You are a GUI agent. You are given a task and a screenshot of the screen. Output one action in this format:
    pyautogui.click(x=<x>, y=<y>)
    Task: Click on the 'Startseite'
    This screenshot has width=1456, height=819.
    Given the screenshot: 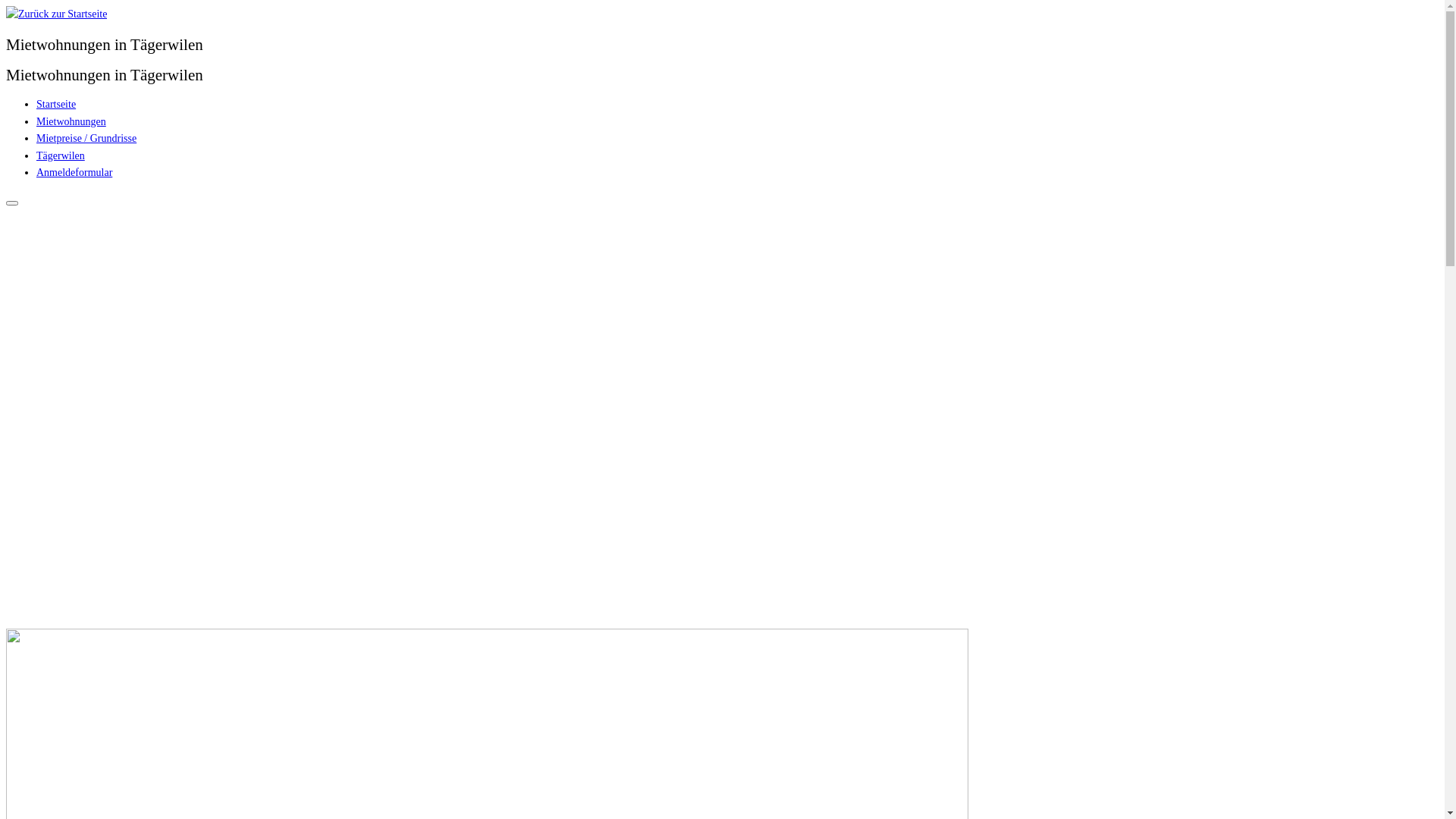 What is the action you would take?
    pyautogui.click(x=55, y=103)
    